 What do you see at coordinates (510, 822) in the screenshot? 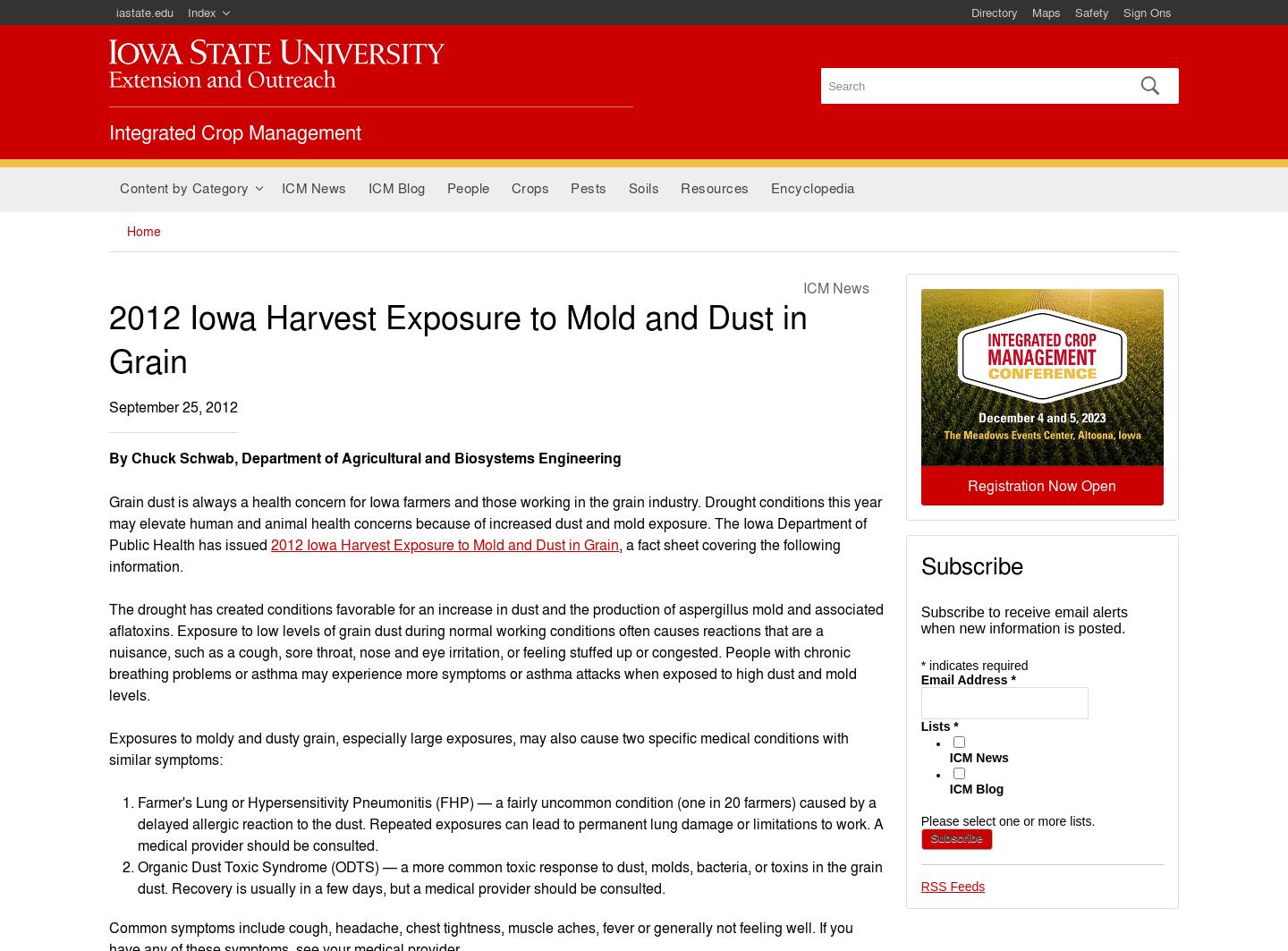
I see `'Farmer's Lung or Hypersensitivity Pneumonitis (FHP) — a fairly uncommon condition (one in 20 farmers) caused by a delayed allergic reaction to the dust. Repeated exposures can lead to permanent lung damage or limitations to work. A medical provider should be consulted.'` at bounding box center [510, 822].